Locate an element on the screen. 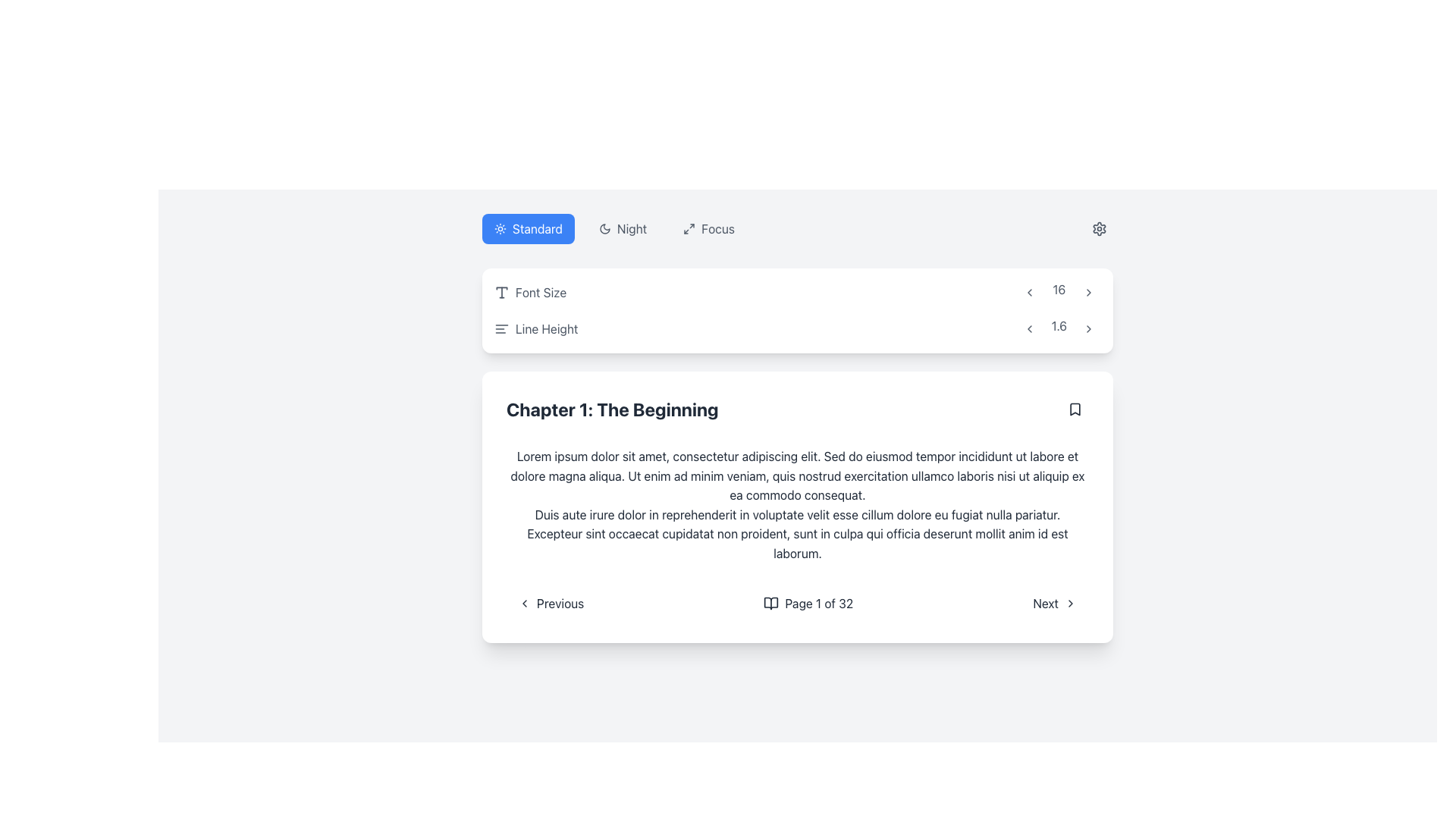 Image resolution: width=1456 pixels, height=819 pixels. the left chevron-shaped arrow icon styled with gray color is located at coordinates (1029, 328).